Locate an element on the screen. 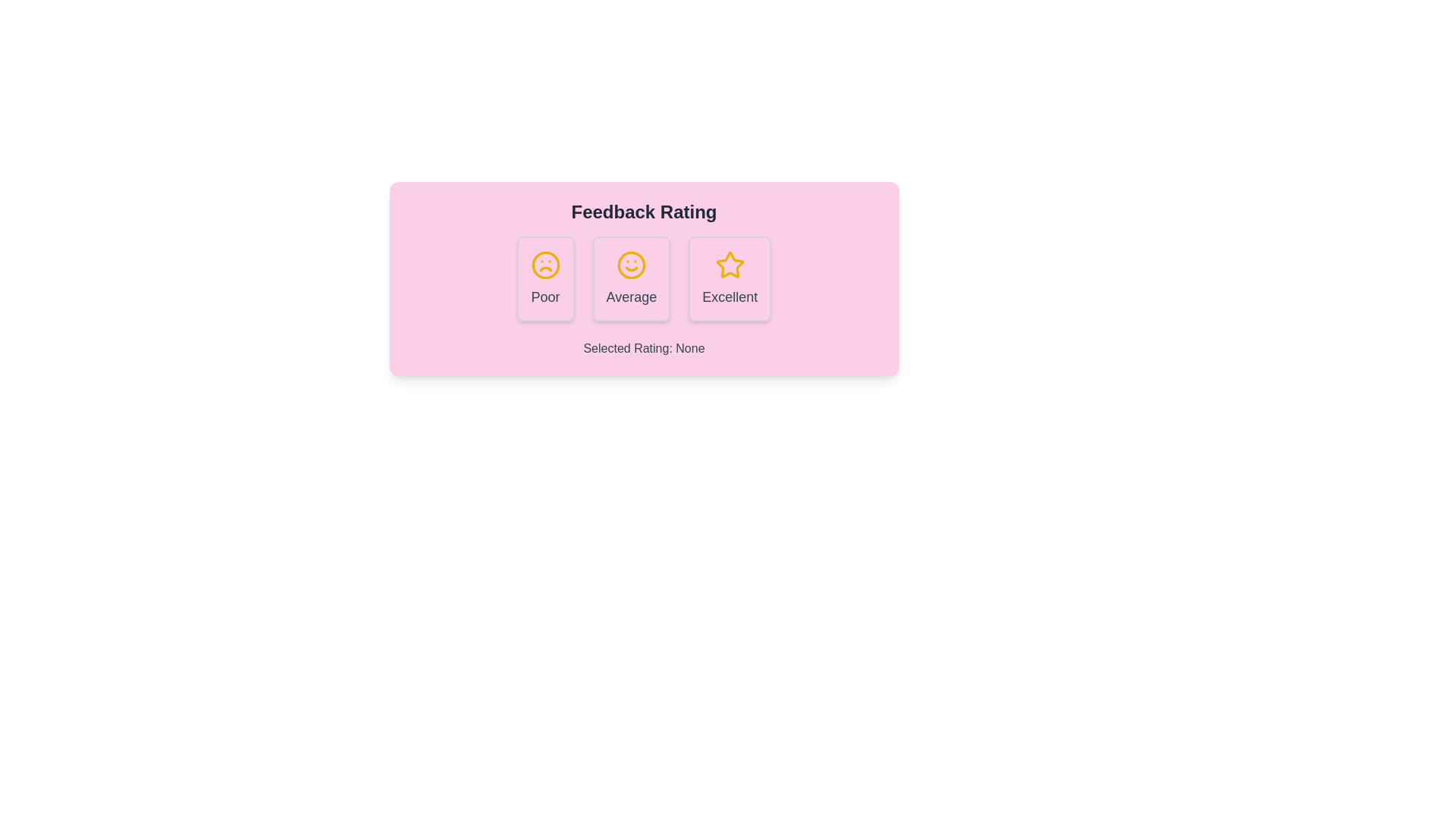 The height and width of the screenshot is (819, 1456). the 'Poor' rating button, which is the leftmost element in the group of three rating options is located at coordinates (545, 278).